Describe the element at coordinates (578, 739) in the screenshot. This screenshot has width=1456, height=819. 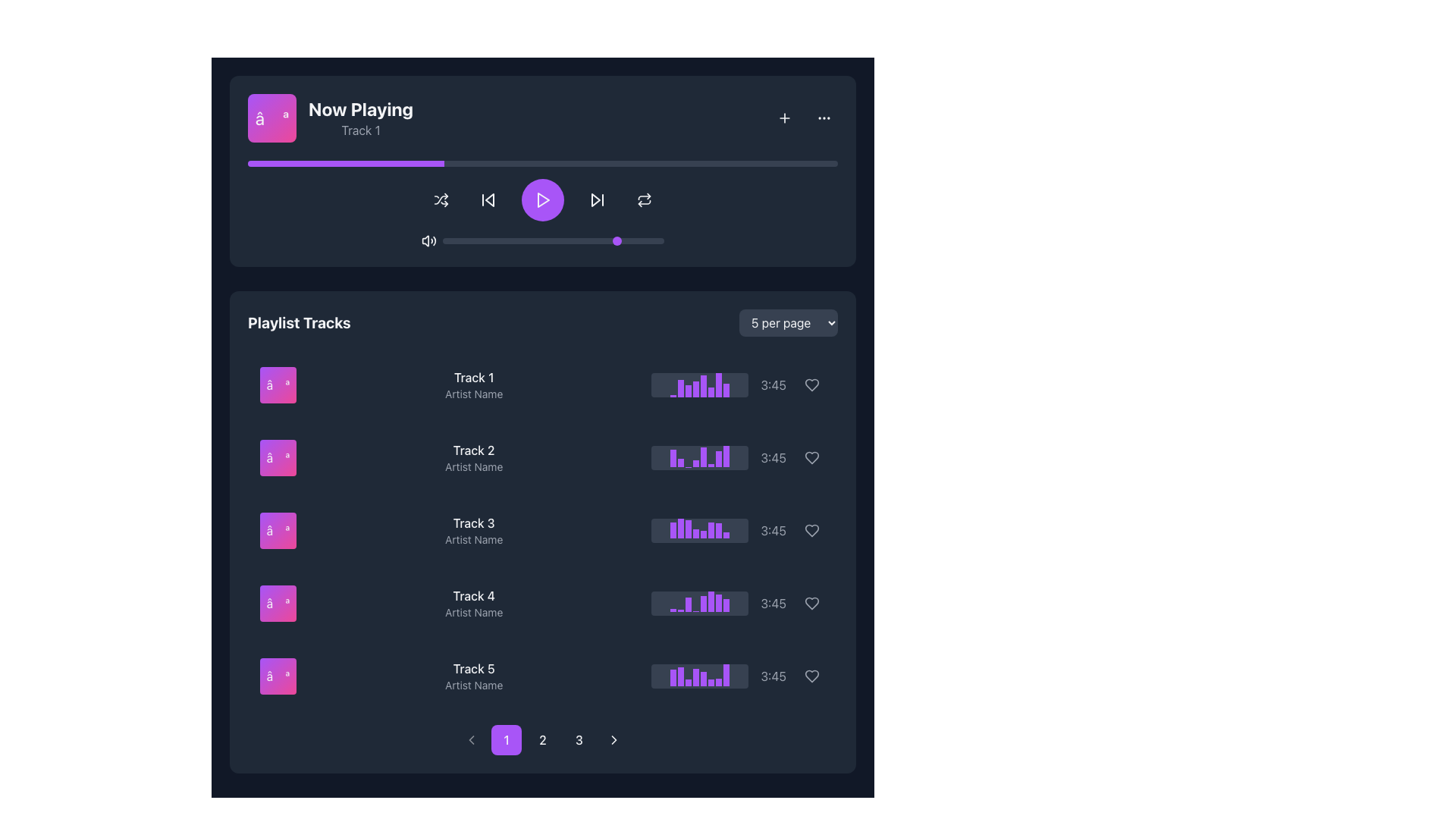
I see `the circular button with the number '3' in bold white text` at that location.